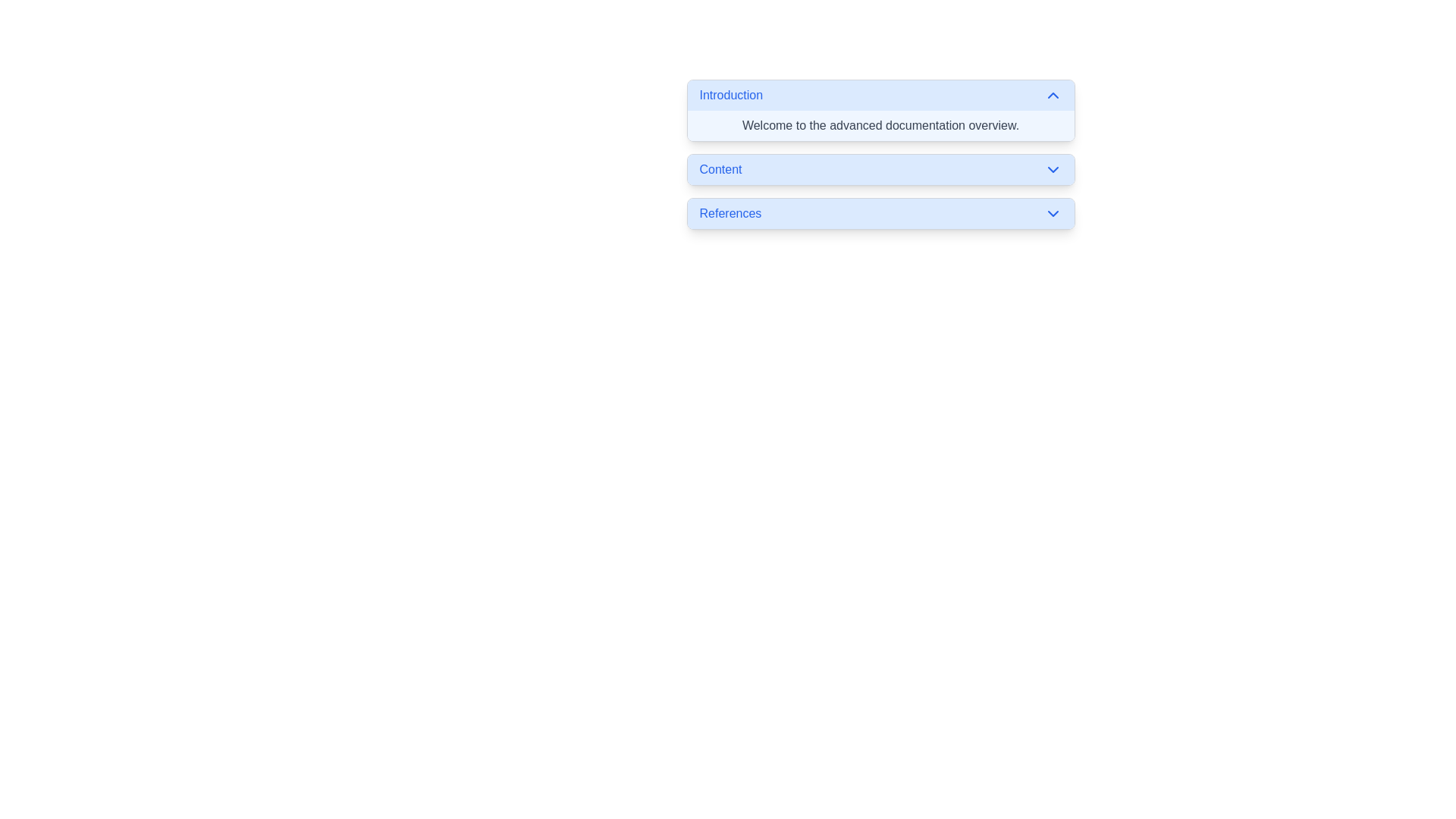 The width and height of the screenshot is (1456, 819). What do you see at coordinates (880, 169) in the screenshot?
I see `the toggle button for expanding or collapsing the 'Content' section, positioned between 'Introduction' and 'References' in the vertical list` at bounding box center [880, 169].